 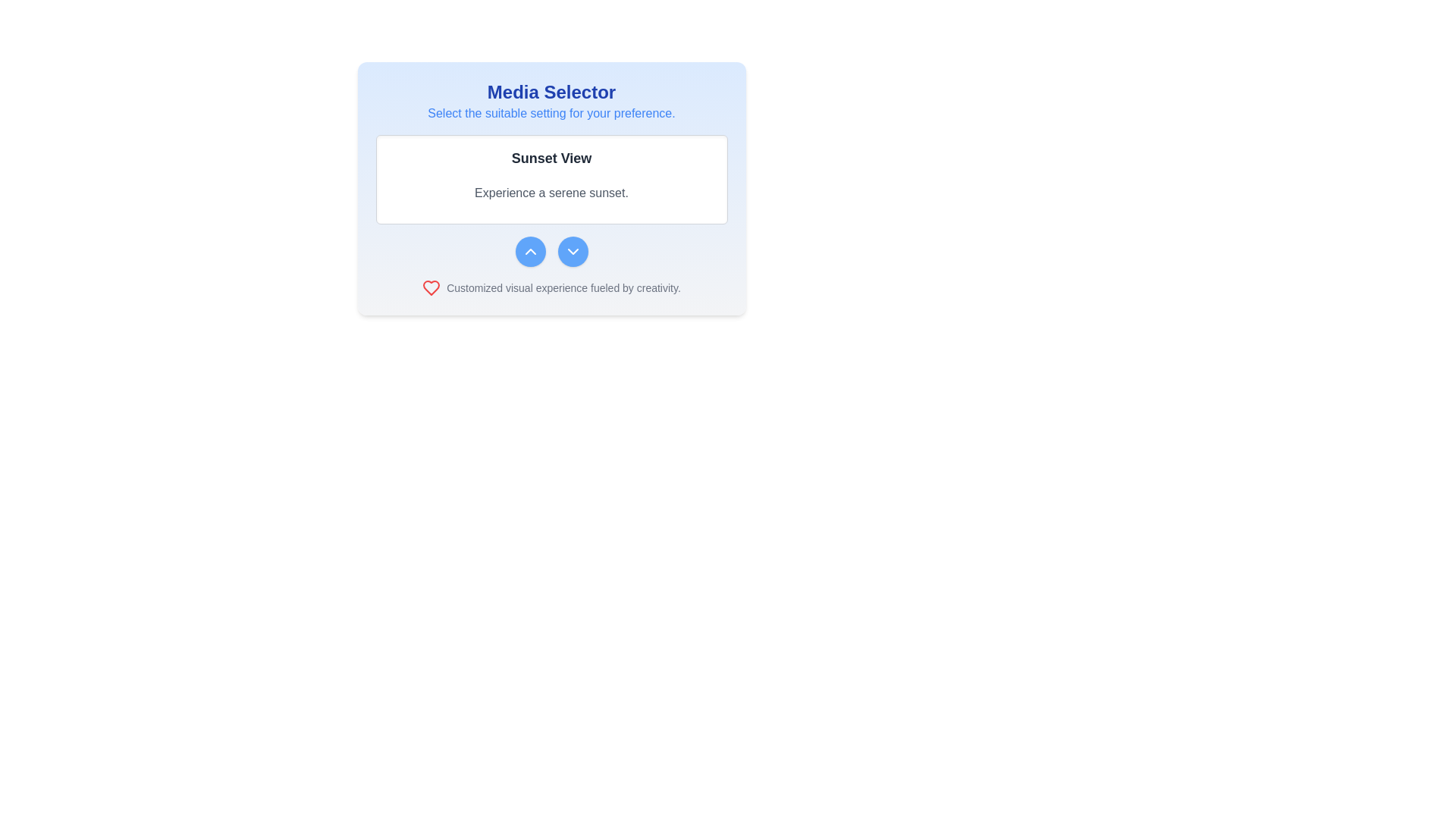 I want to click on the decorative icon that indicates favorites or preferences, located to the left of the text 'Customized visual experience fueled by creativity.', so click(x=431, y=288).